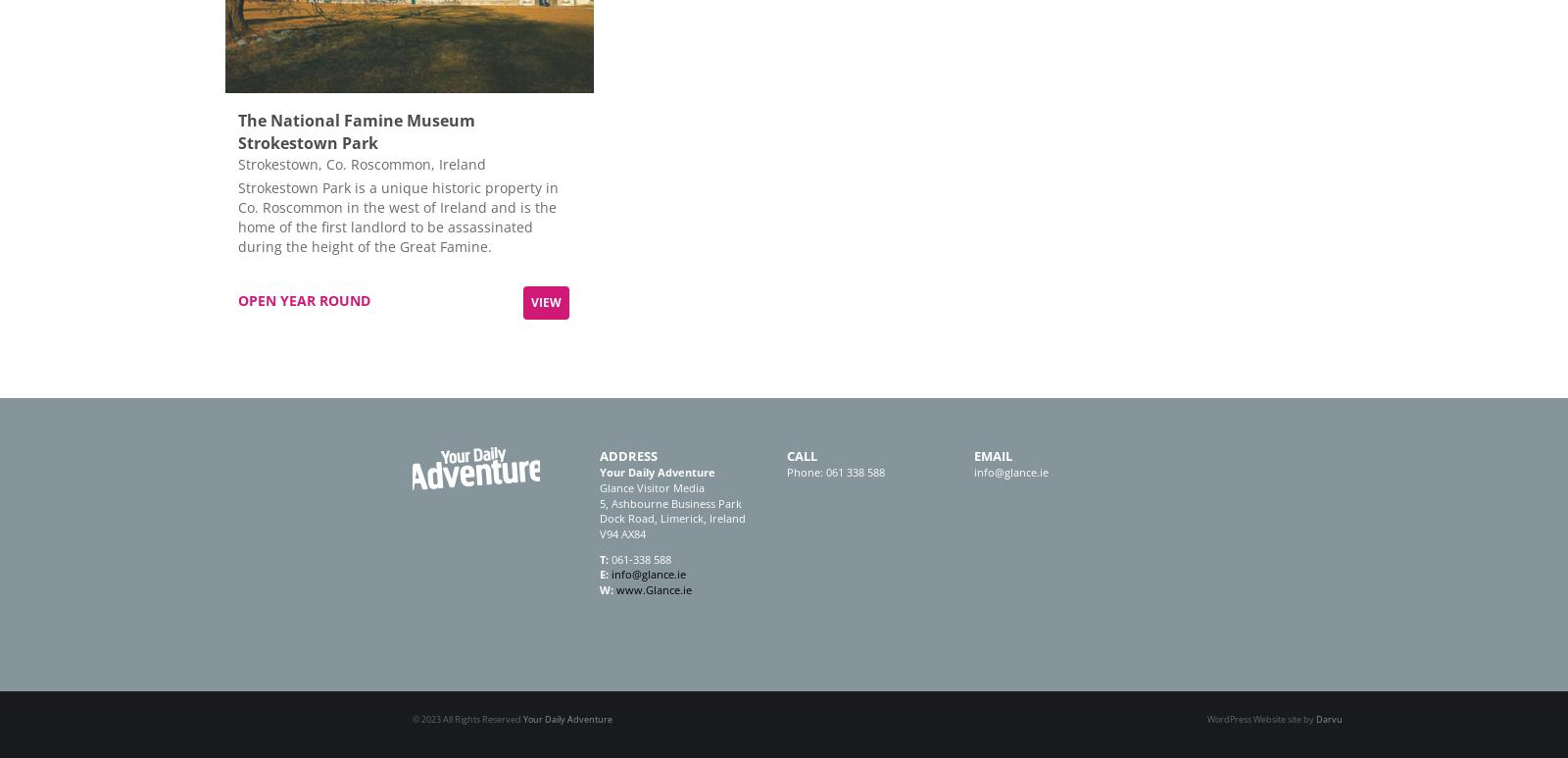 This screenshot has height=758, width=1568. I want to click on 'Dock Road, Limerick, Ireland', so click(672, 517).